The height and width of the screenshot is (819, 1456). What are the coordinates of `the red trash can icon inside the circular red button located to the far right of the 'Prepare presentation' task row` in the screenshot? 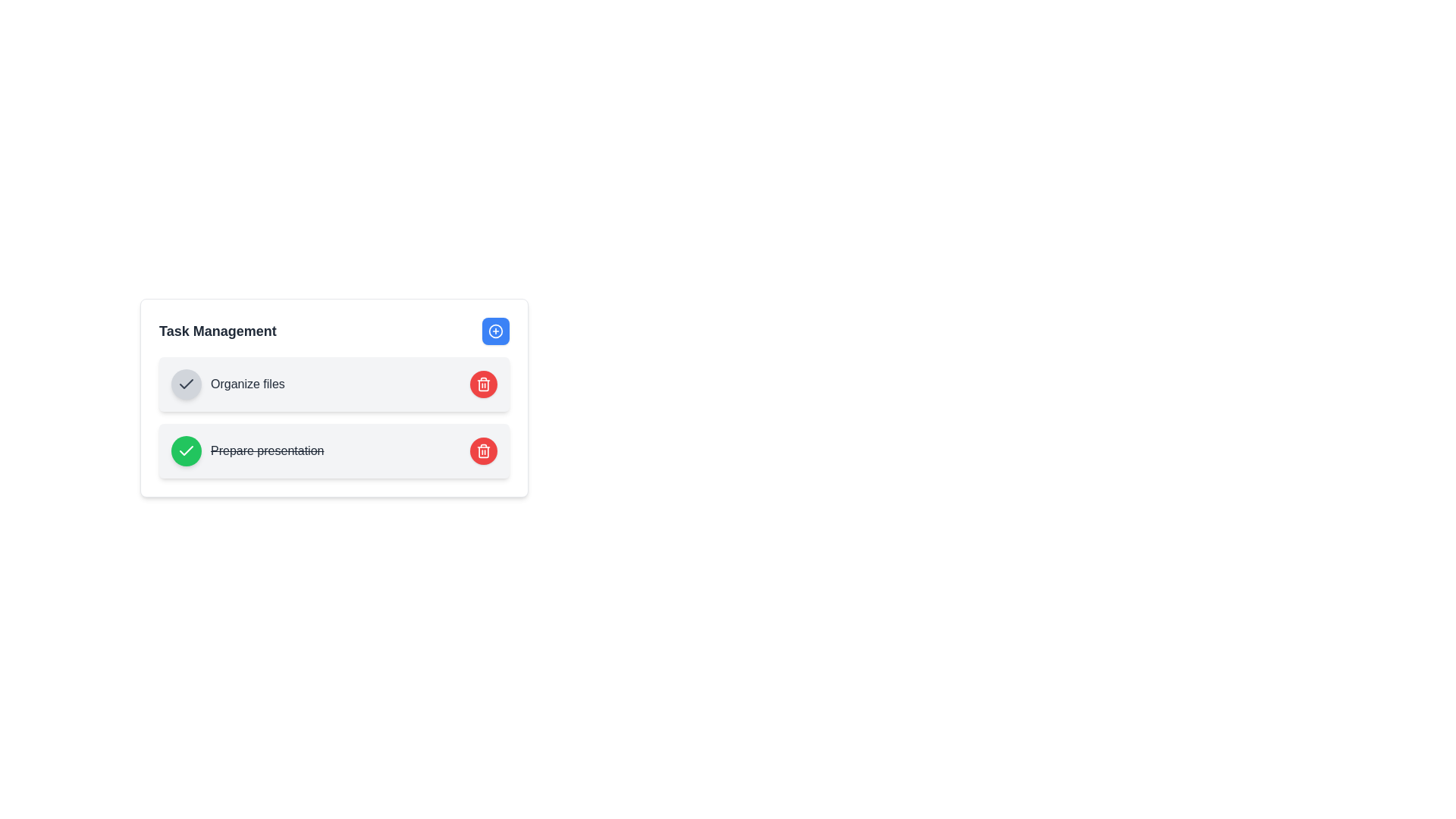 It's located at (483, 450).